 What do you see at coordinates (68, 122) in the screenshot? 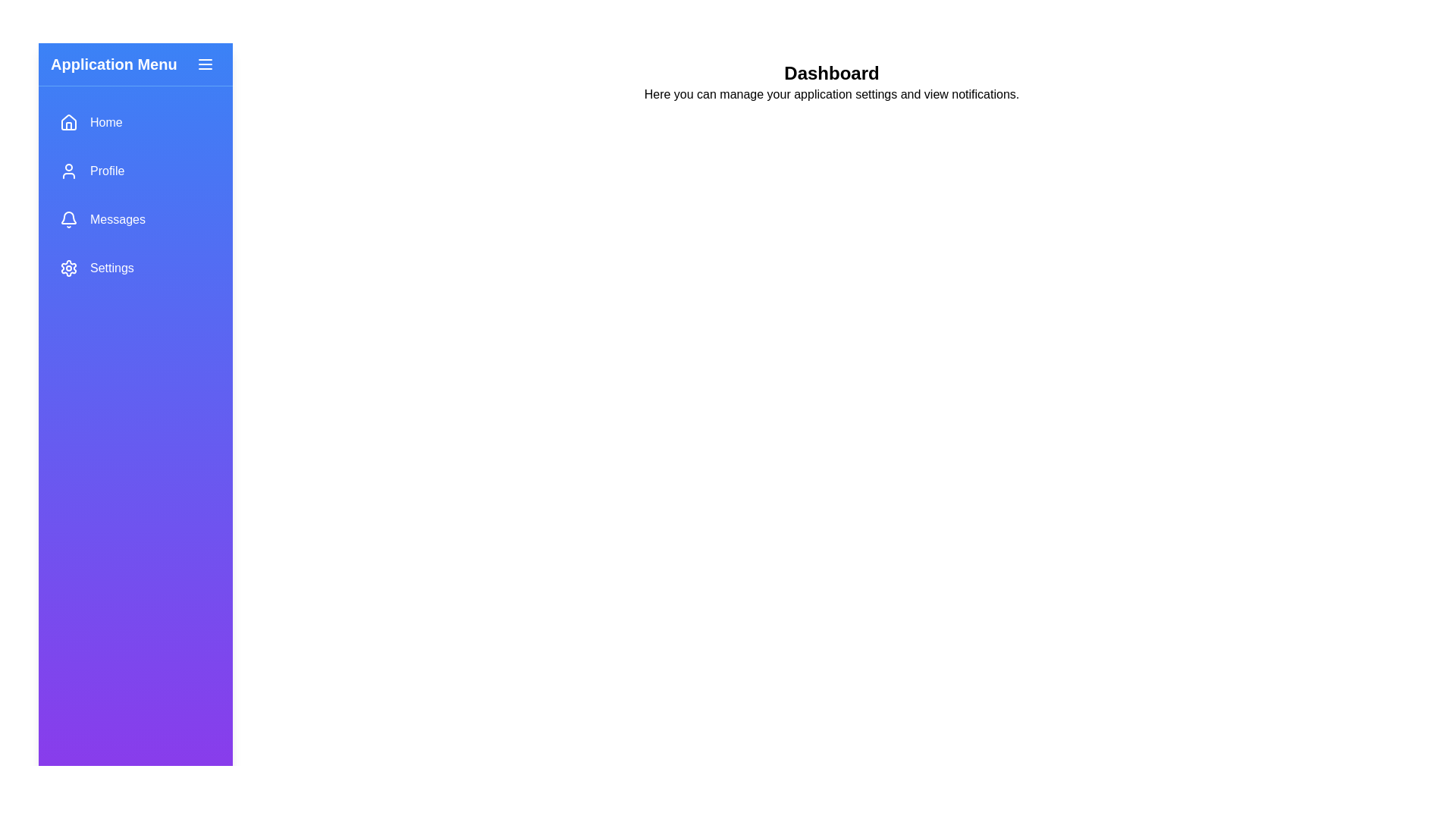
I see `the house-shaped icon in the blue gradient navigation menu` at bounding box center [68, 122].